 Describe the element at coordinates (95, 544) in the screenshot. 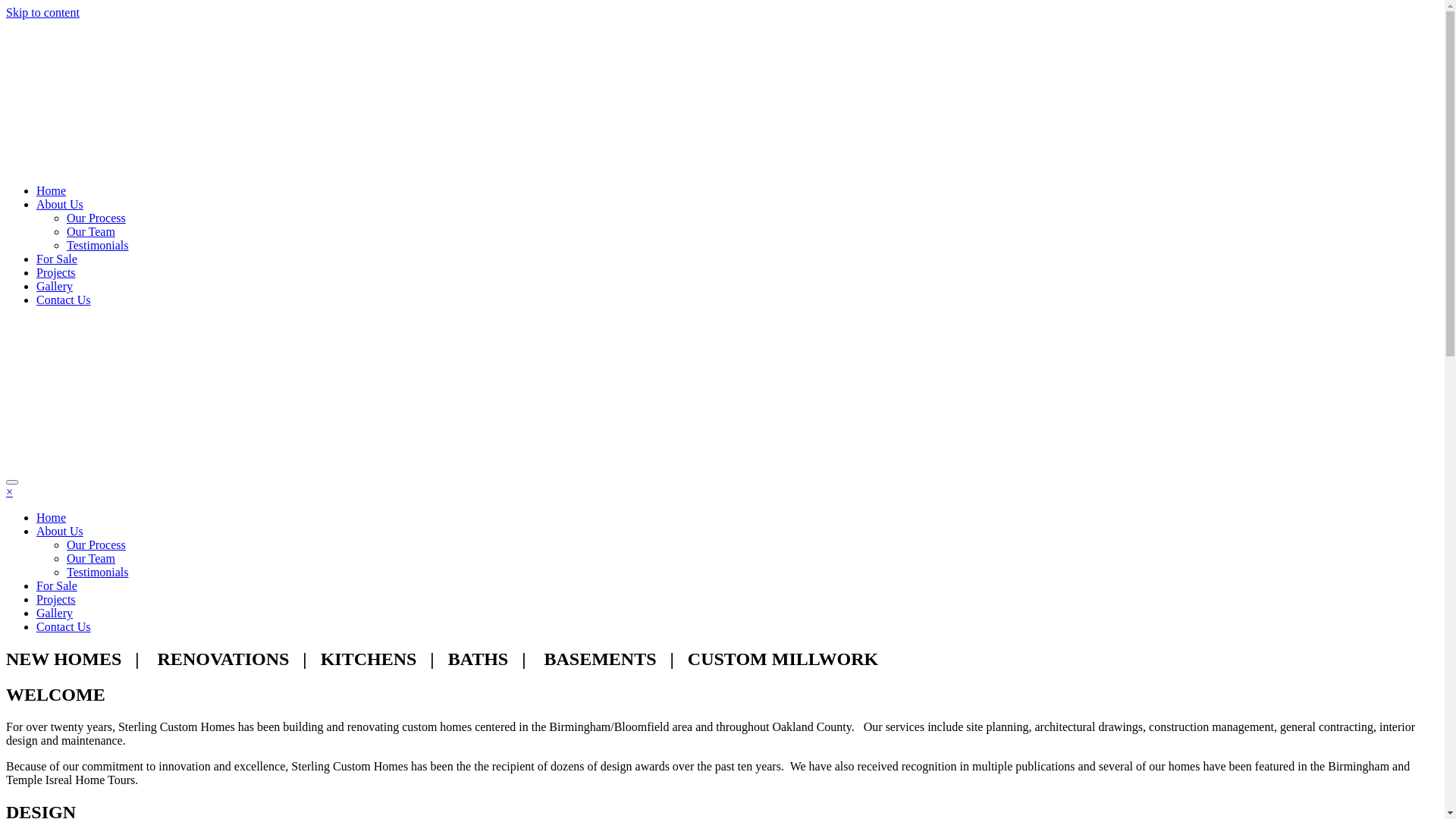

I see `'Our Process'` at that location.